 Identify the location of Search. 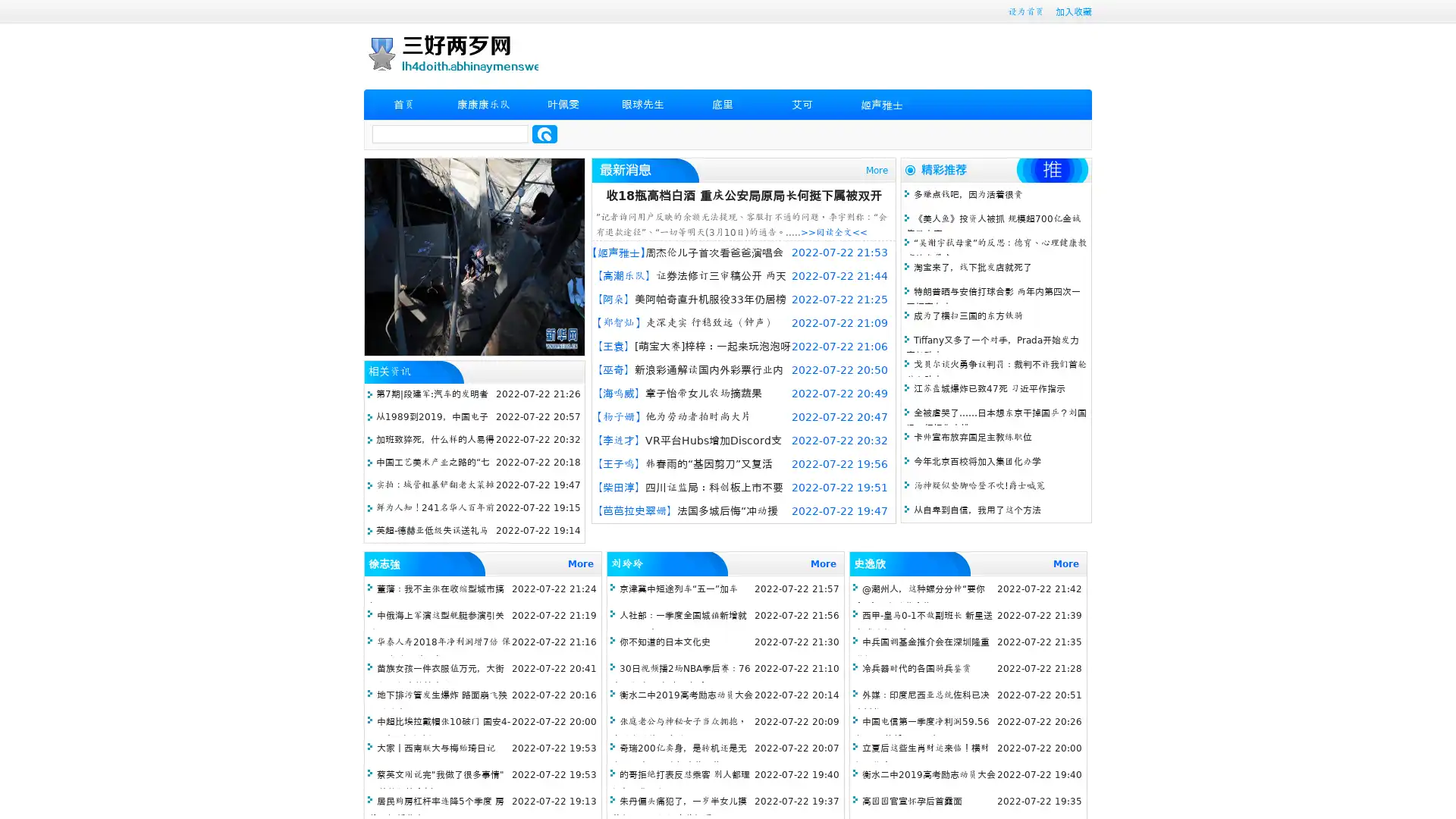
(544, 133).